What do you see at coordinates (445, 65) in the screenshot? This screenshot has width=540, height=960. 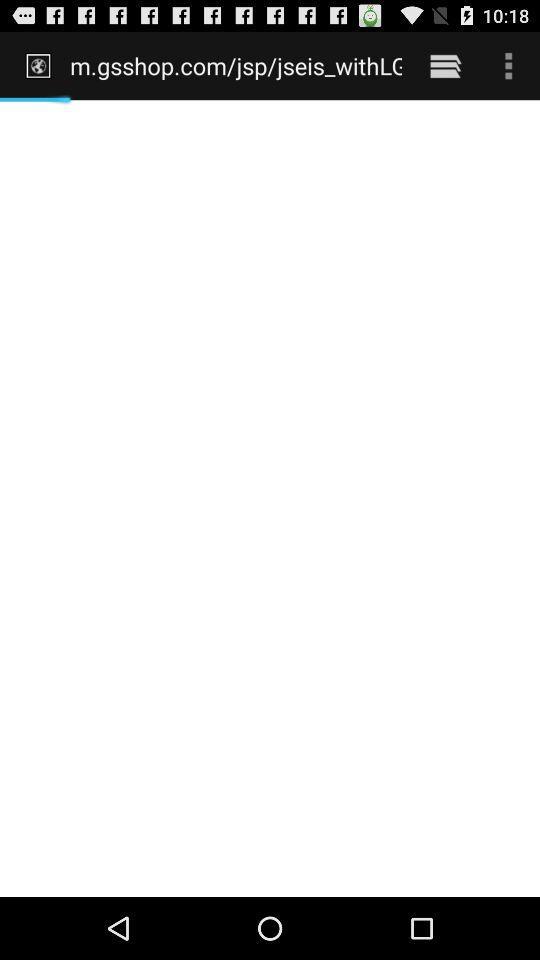 I see `icon next to the m gsshop com icon` at bounding box center [445, 65].